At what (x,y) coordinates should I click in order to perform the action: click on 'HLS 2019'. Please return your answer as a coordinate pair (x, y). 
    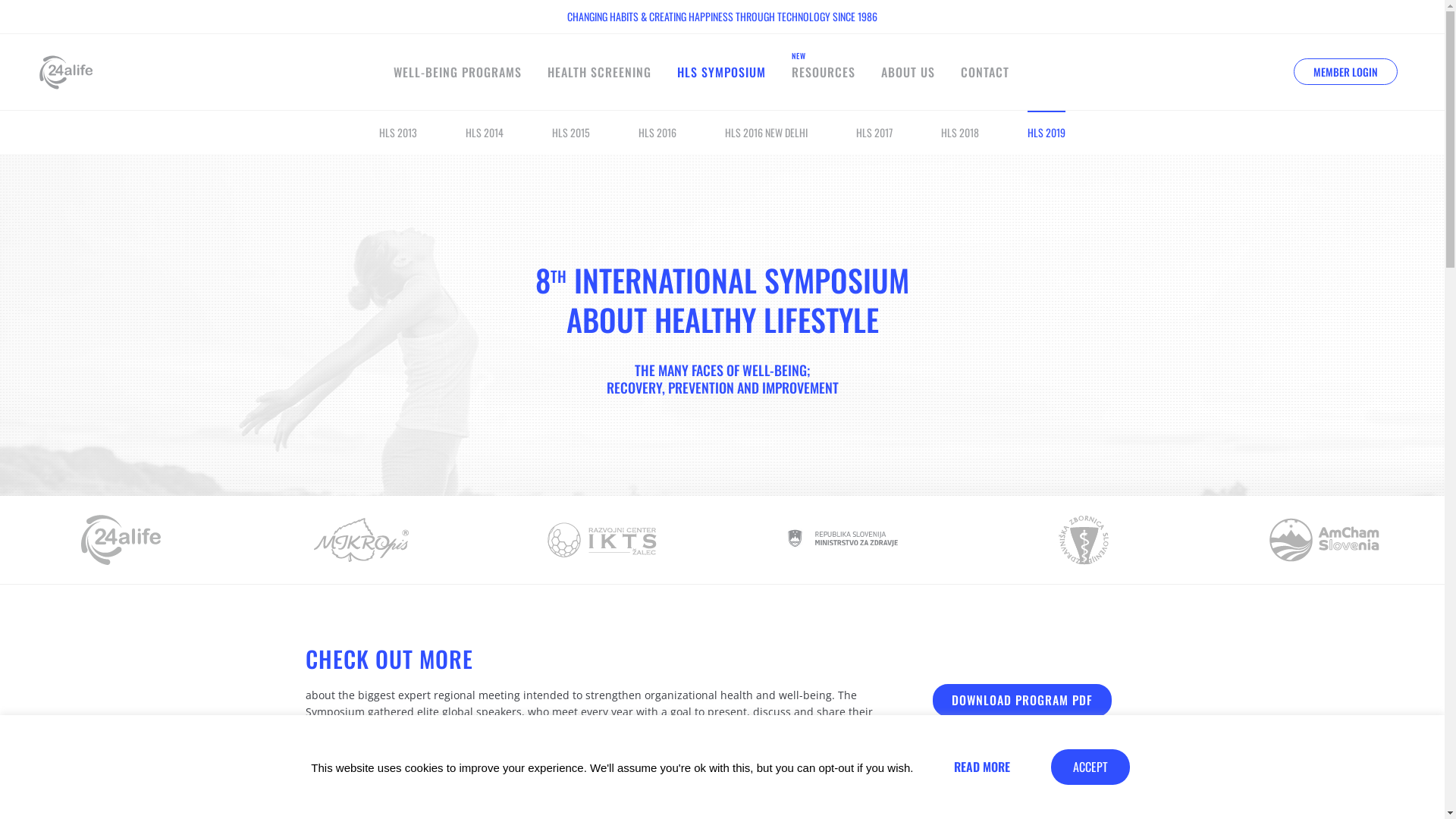
    Looking at the image, I should click on (1027, 131).